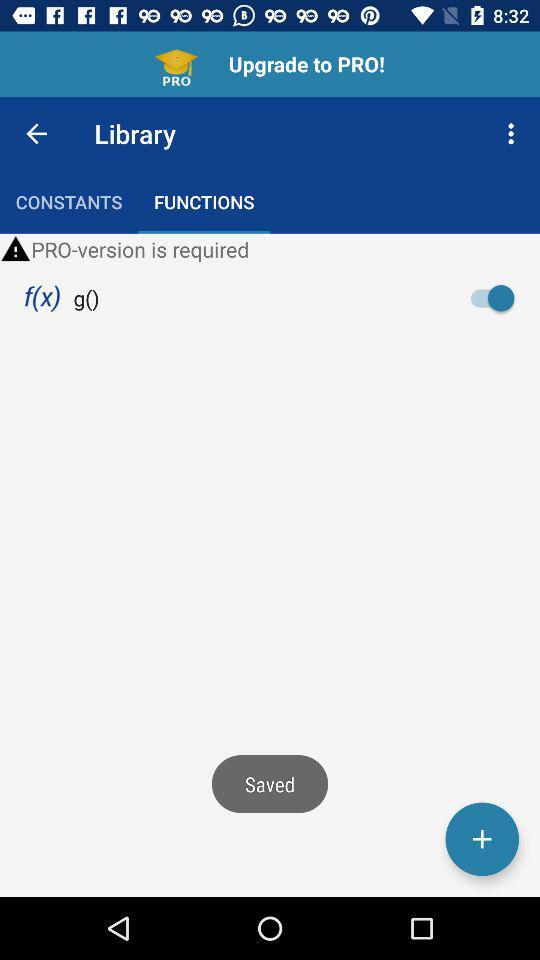  I want to click on the icon above constants, so click(36, 132).